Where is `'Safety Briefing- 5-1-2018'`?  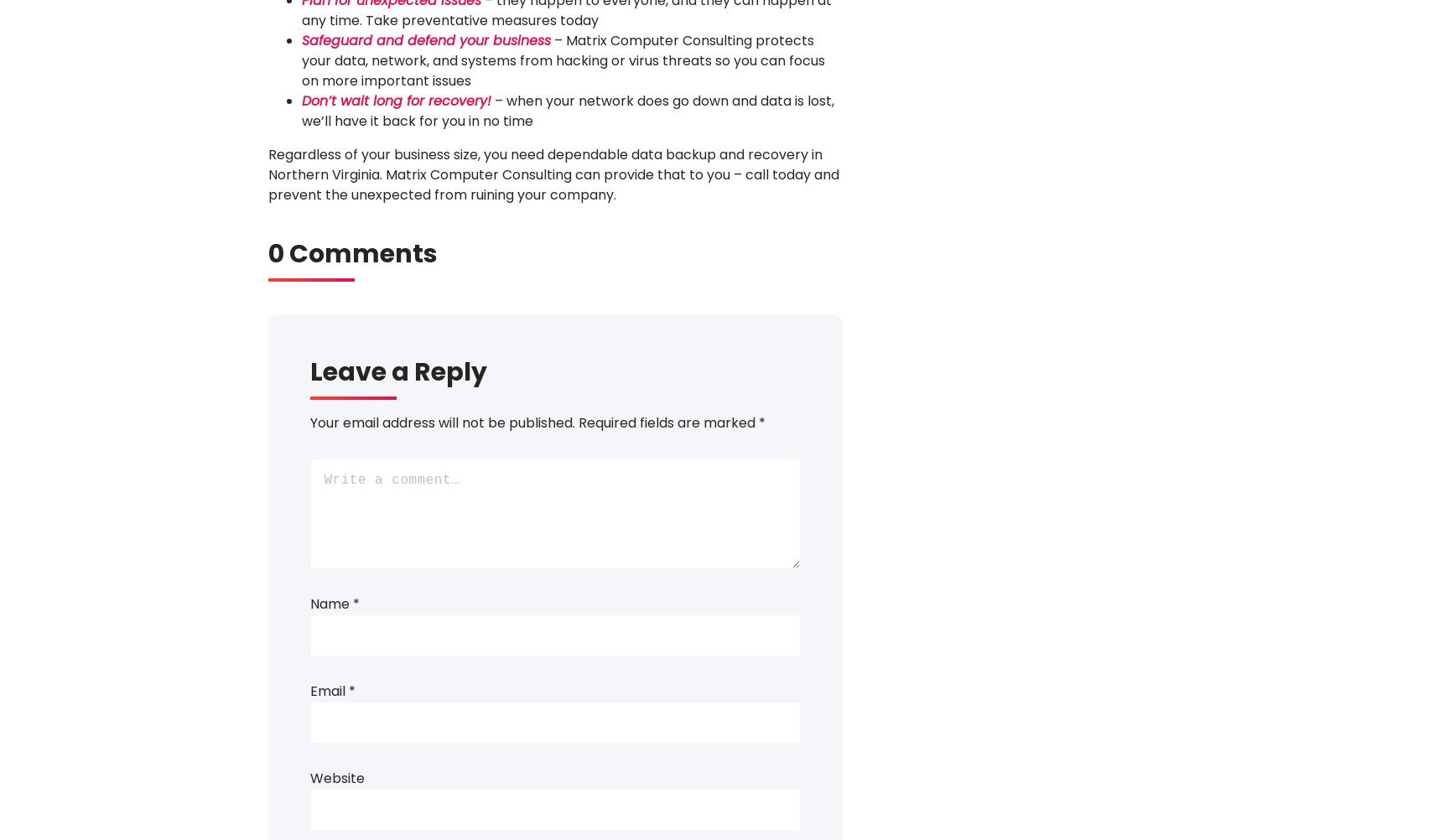
'Safety Briefing- 5-1-2018' is located at coordinates (600, 620).